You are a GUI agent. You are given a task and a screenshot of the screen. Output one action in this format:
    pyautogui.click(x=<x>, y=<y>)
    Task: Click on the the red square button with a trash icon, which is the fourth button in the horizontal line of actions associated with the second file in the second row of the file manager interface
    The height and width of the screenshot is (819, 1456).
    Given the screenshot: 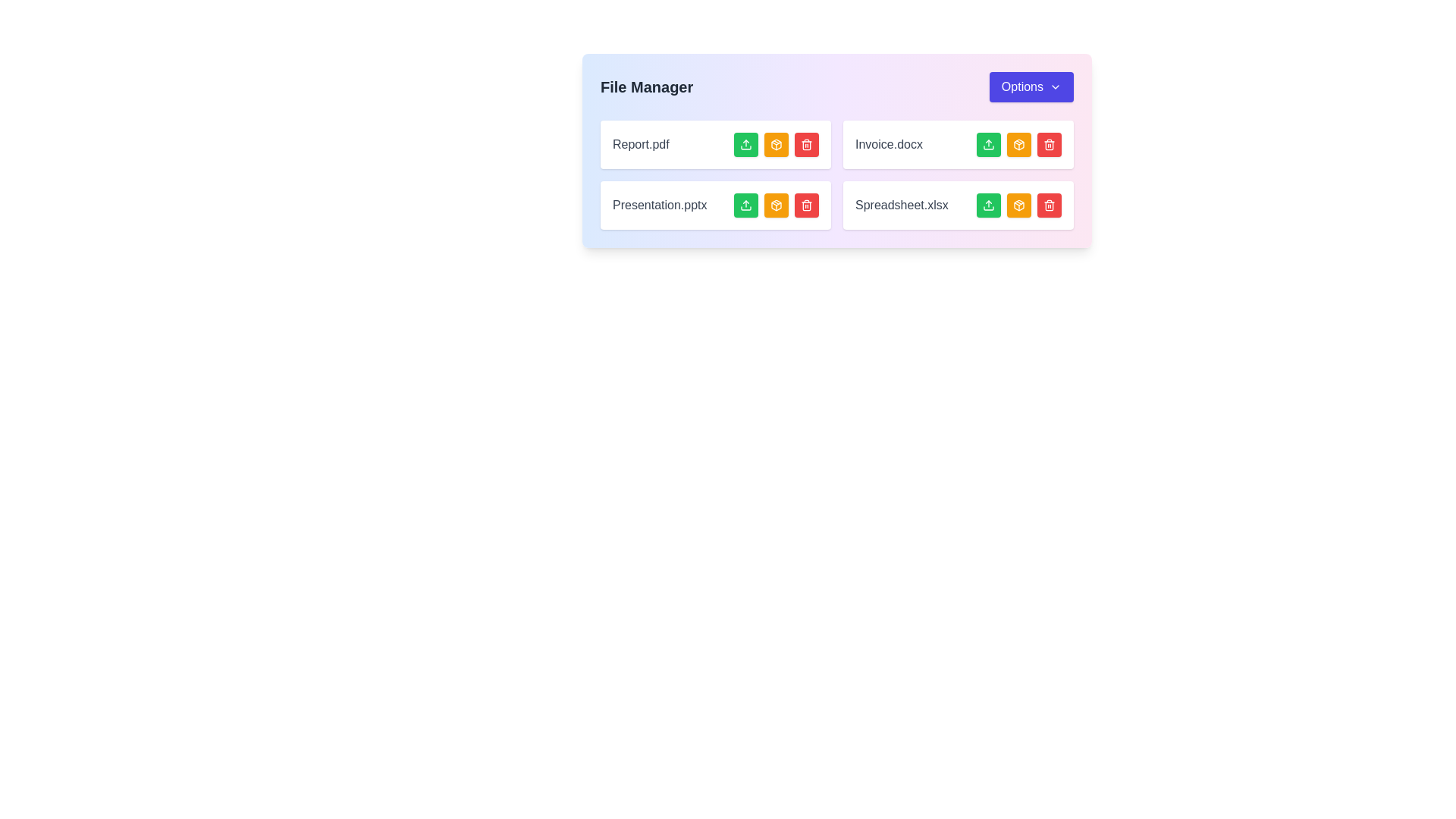 What is the action you would take?
    pyautogui.click(x=1048, y=145)
    